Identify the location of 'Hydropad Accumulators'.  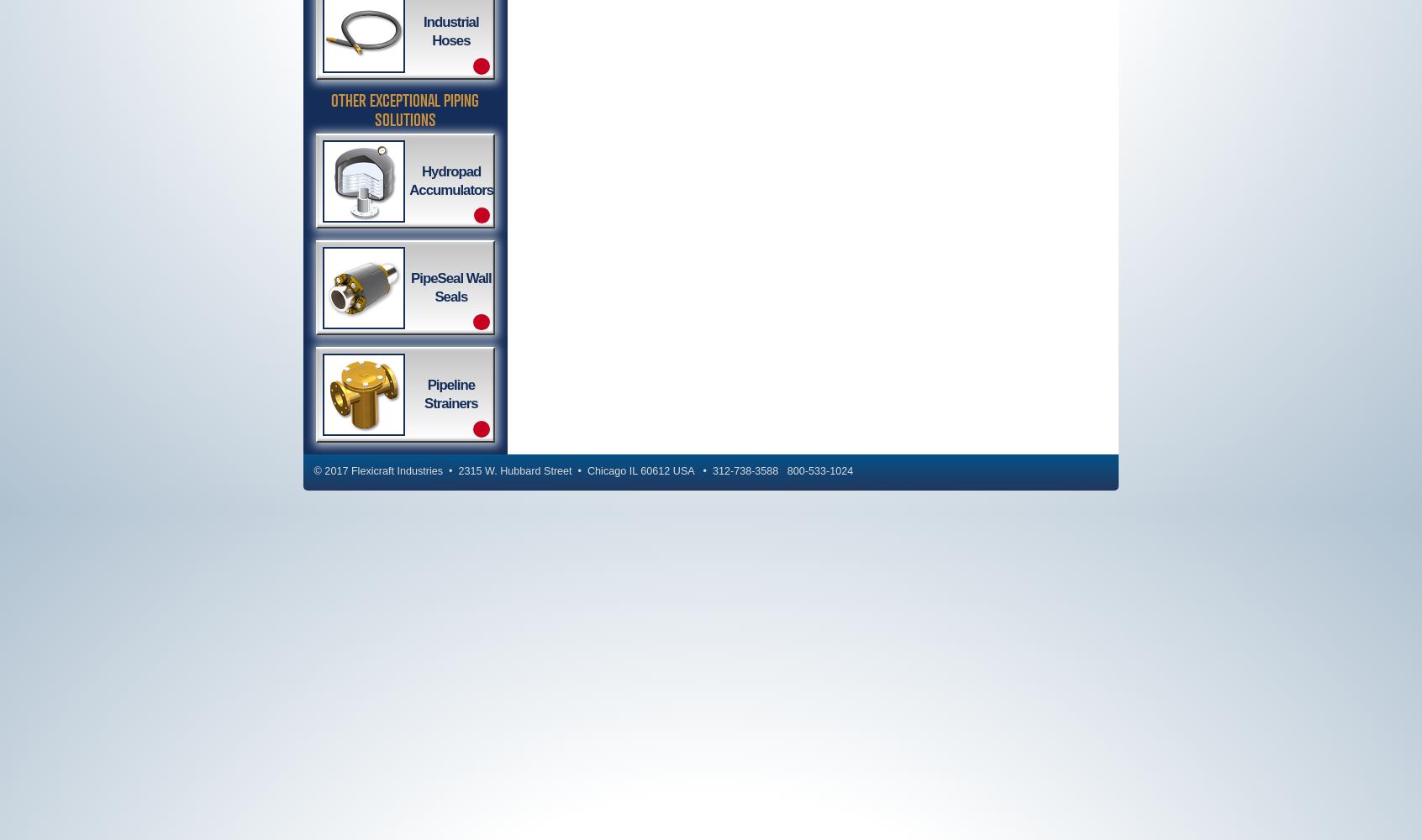
(408, 179).